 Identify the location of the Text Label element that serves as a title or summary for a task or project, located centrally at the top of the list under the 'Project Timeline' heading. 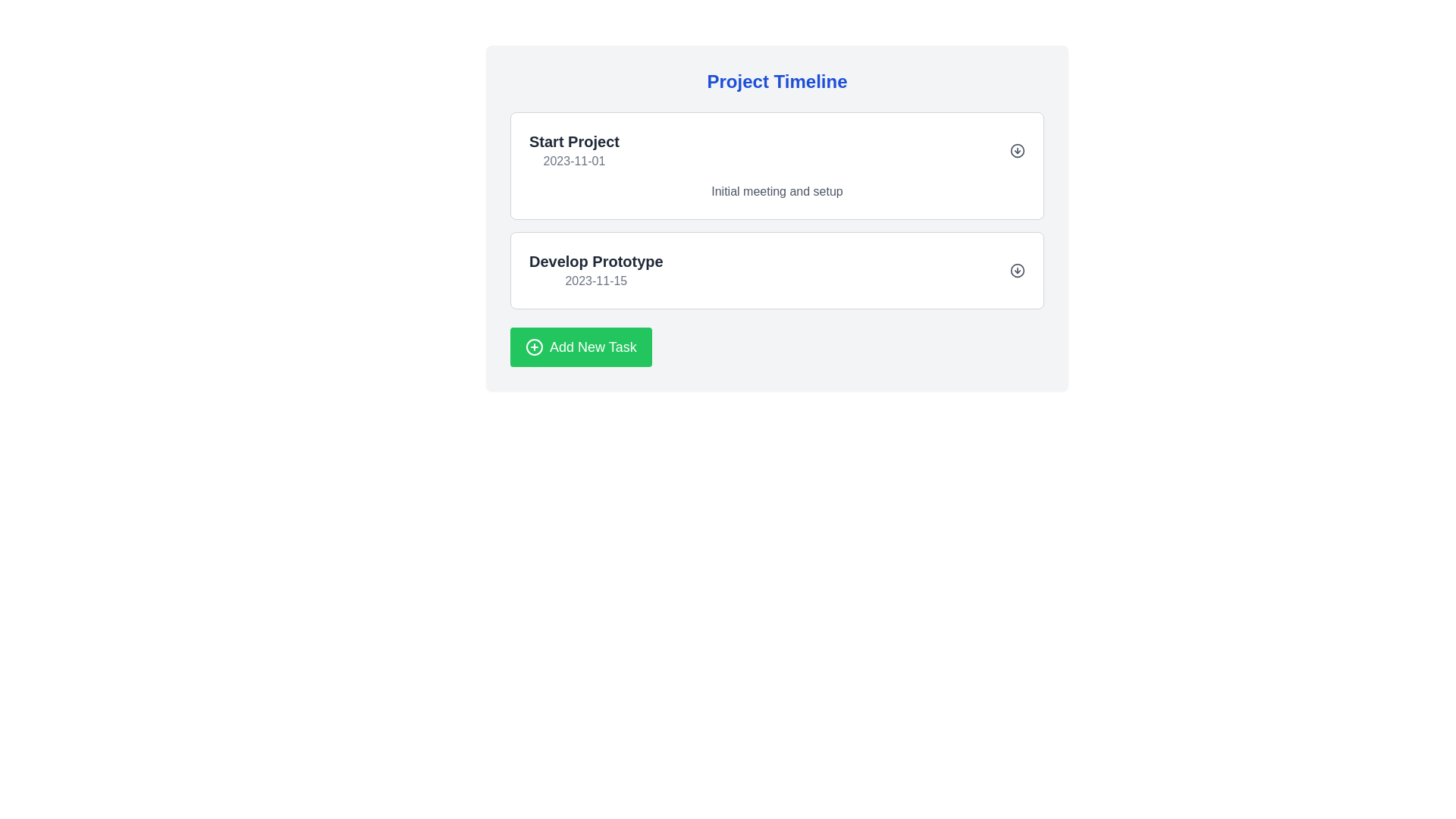
(573, 141).